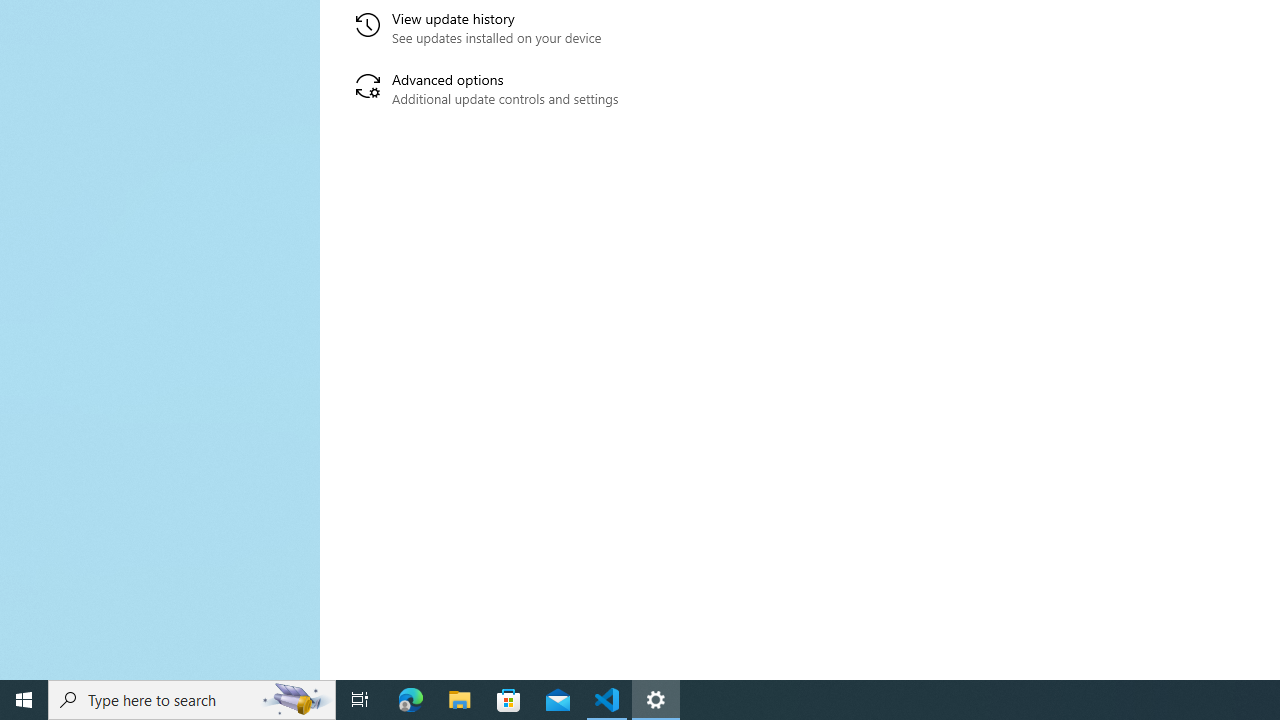  What do you see at coordinates (459, 698) in the screenshot?
I see `'File Explorer'` at bounding box center [459, 698].